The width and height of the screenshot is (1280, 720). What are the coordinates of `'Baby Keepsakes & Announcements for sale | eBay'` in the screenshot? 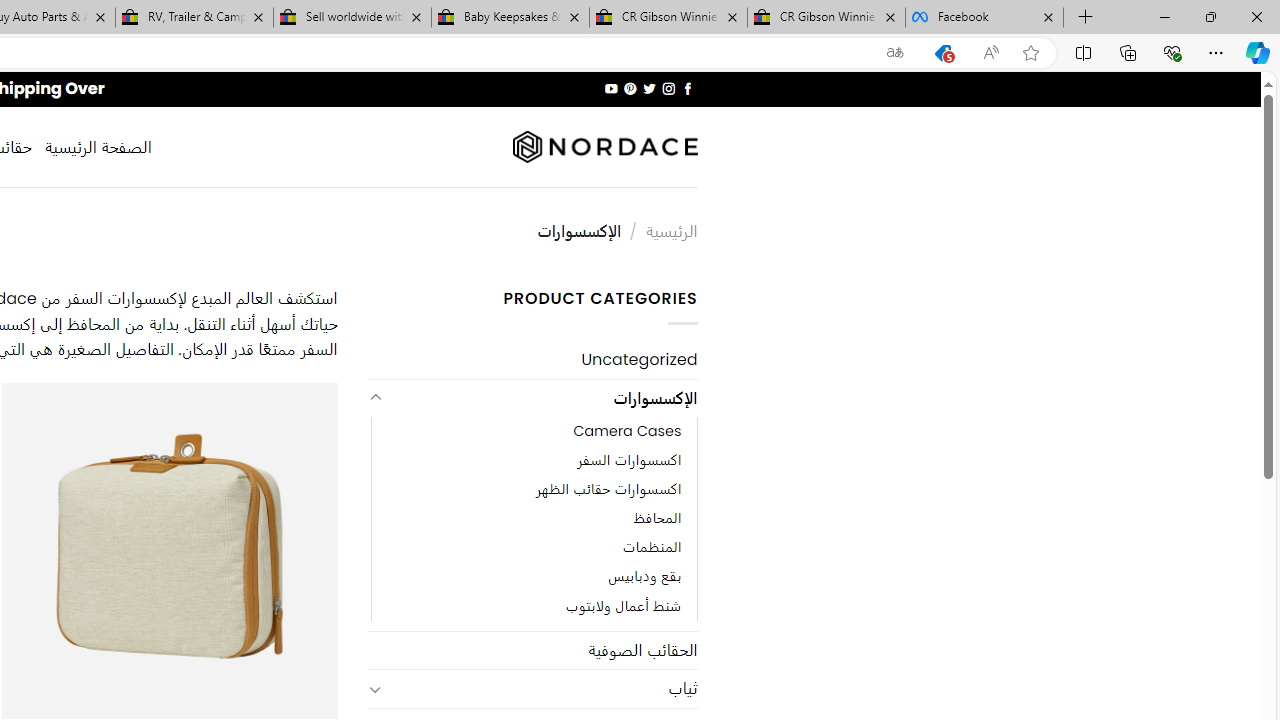 It's located at (510, 17).